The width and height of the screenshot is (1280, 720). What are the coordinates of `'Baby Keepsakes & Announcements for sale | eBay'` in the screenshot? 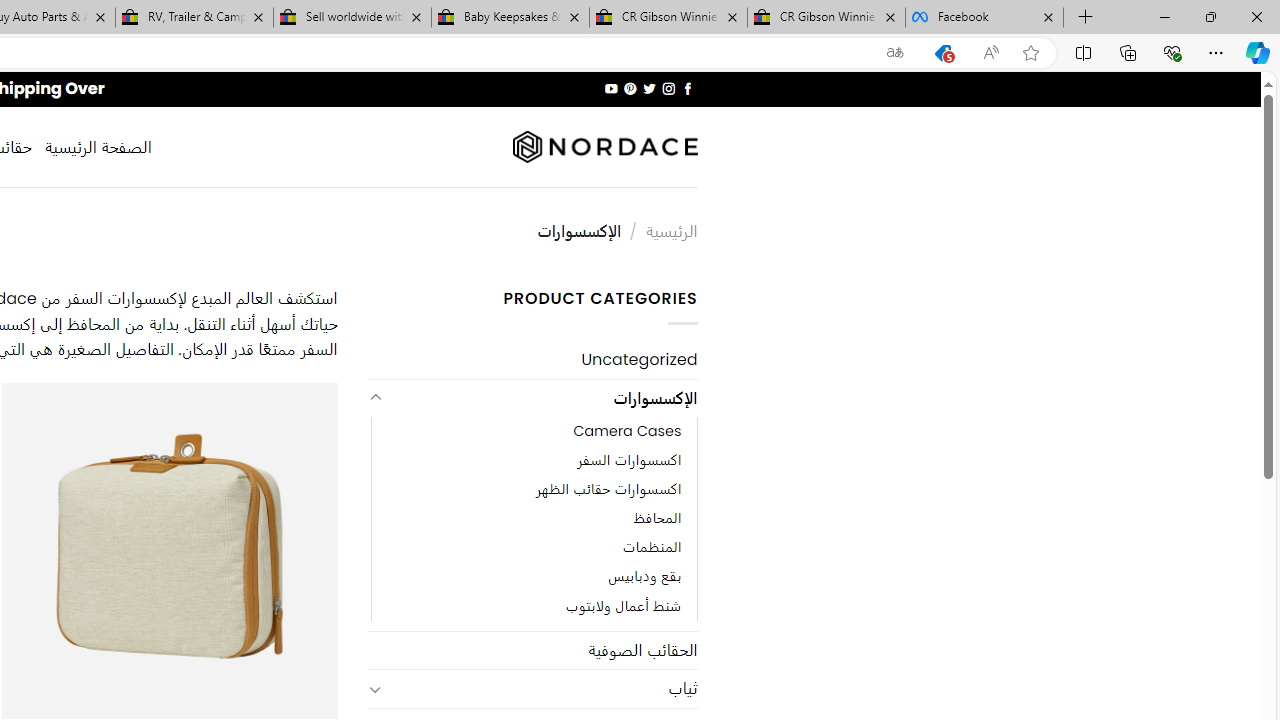 It's located at (510, 17).